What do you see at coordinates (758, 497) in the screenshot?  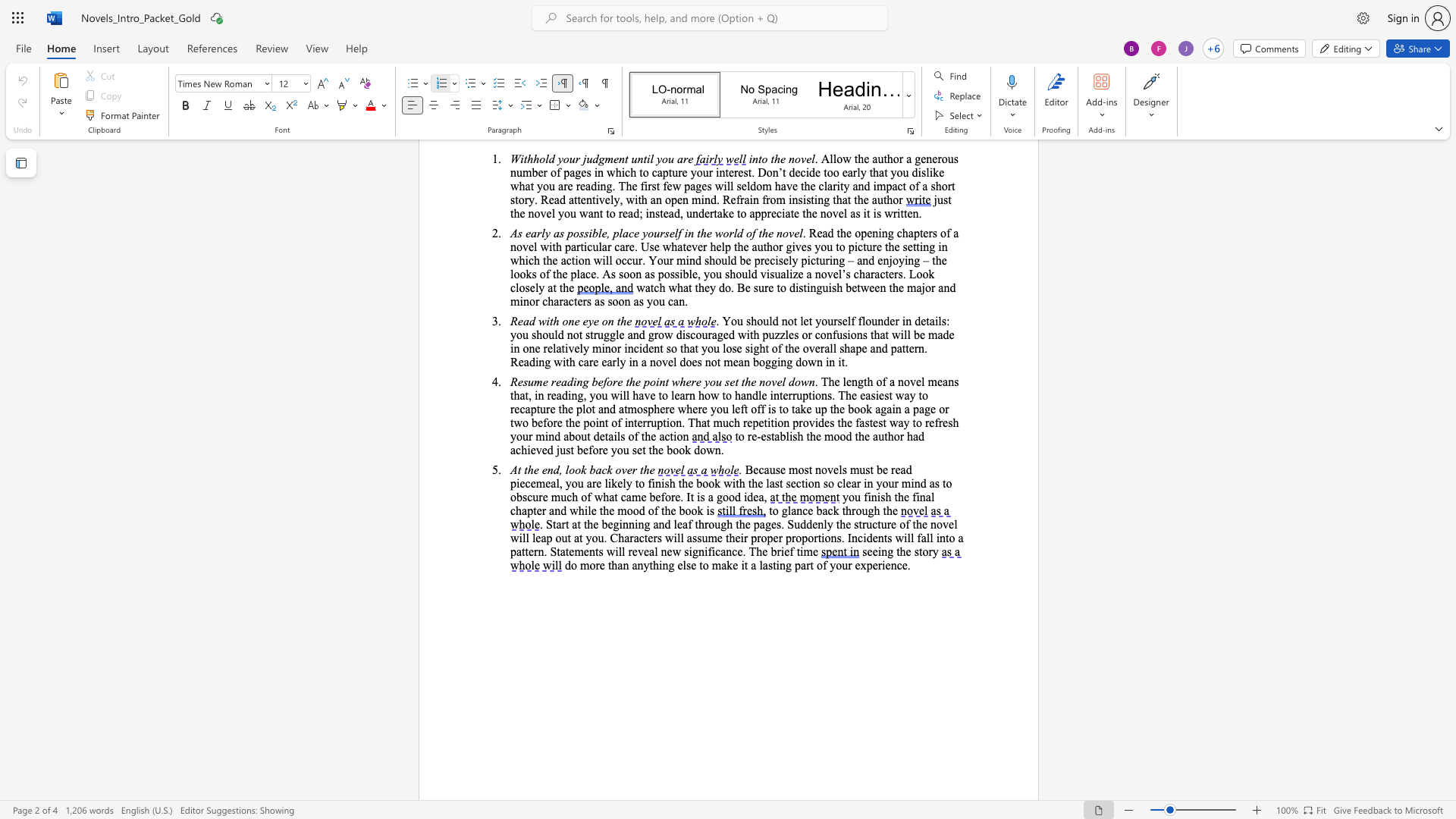 I see `the space between the continuous character "e" and "a" in the text` at bounding box center [758, 497].